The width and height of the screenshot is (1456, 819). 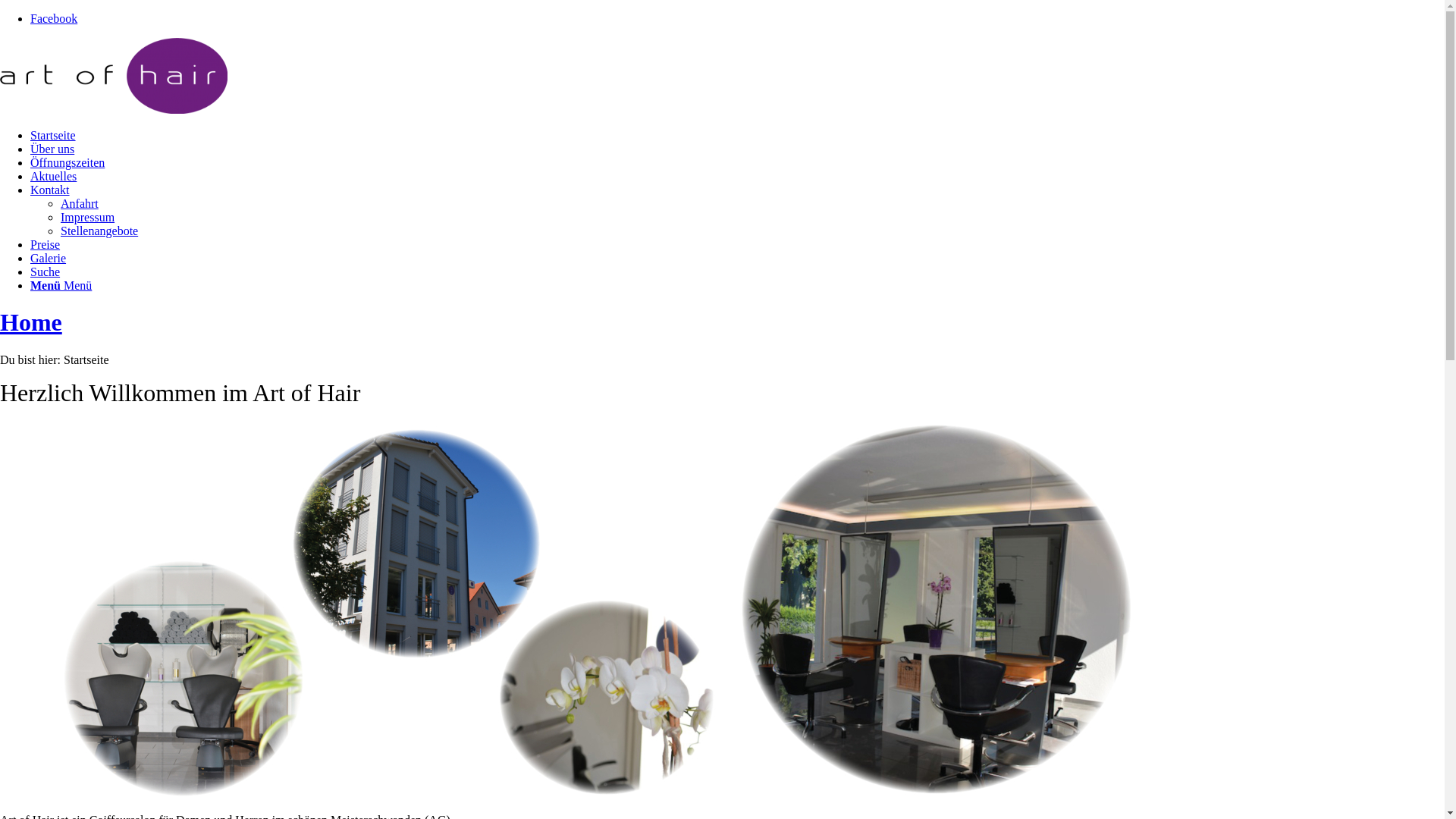 What do you see at coordinates (53, 134) in the screenshot?
I see `'Startseite'` at bounding box center [53, 134].